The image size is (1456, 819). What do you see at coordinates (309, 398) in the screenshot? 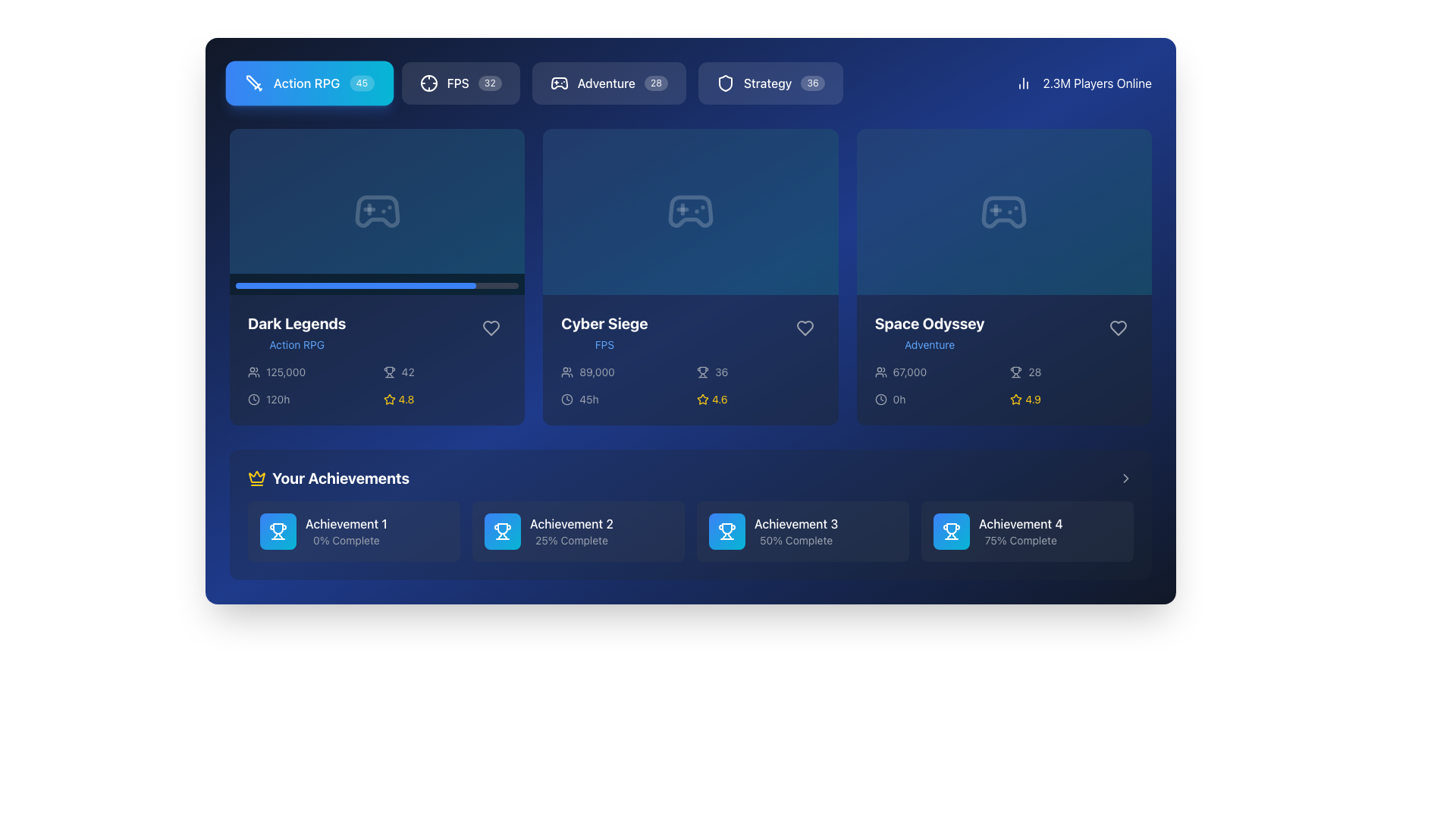
I see `the total playtime label located at the bottom-left of the game card, immediately below the user rating and to the left of the rating score` at bounding box center [309, 398].